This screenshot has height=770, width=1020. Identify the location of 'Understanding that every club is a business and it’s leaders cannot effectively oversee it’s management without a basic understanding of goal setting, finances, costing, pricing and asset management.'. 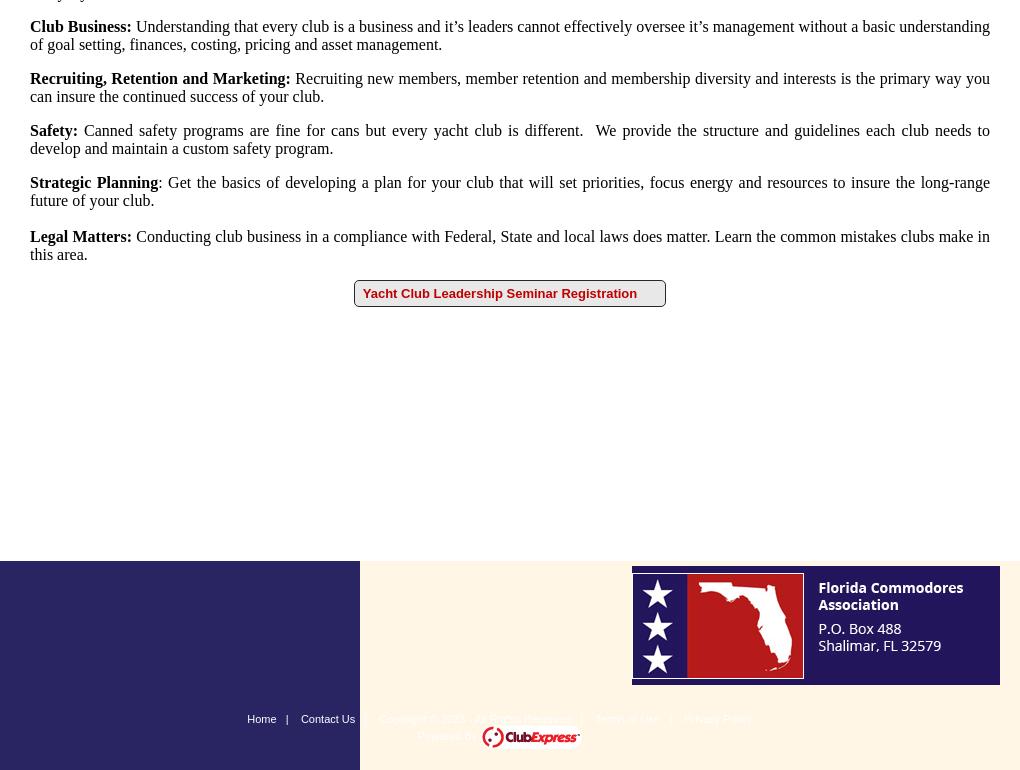
(510, 34).